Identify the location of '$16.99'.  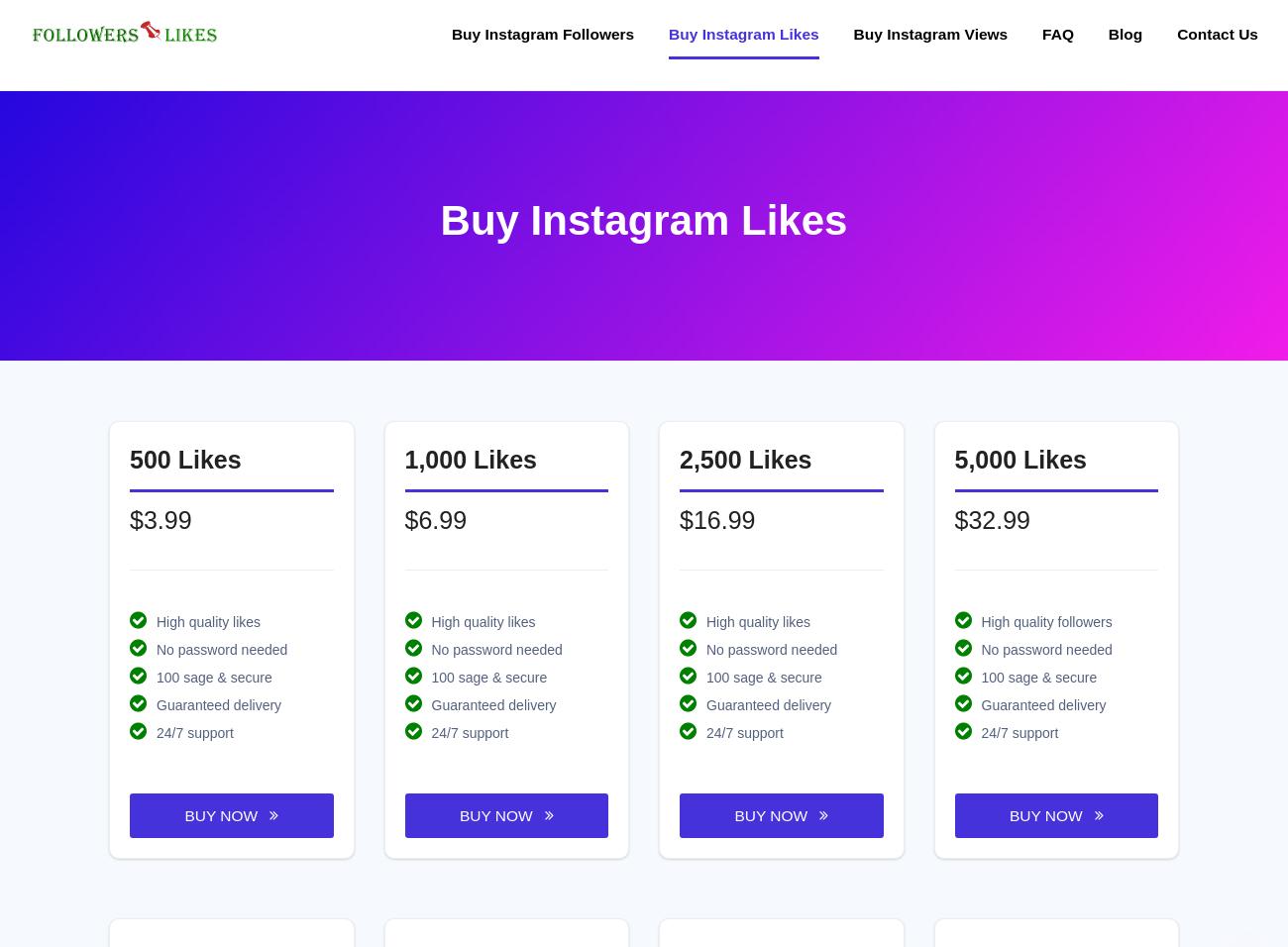
(716, 517).